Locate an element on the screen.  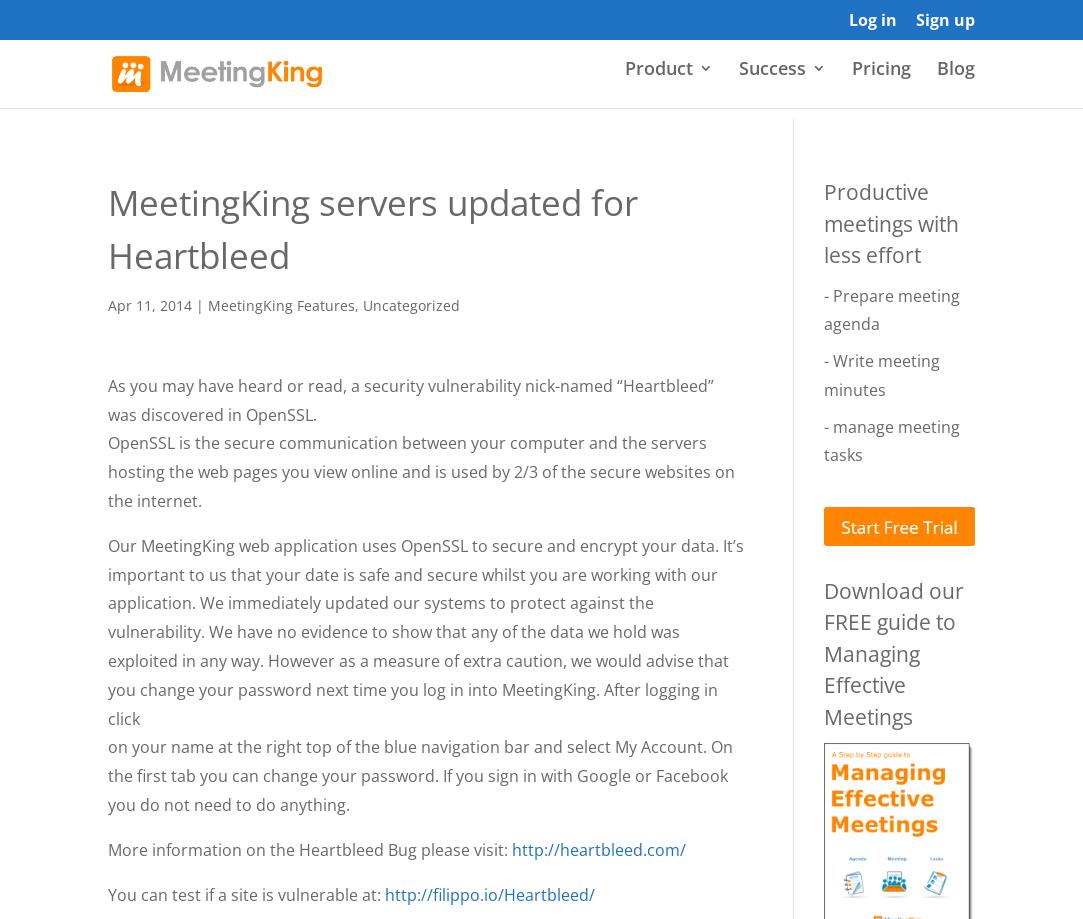
'As you may have heard or read, a security vulnerability nick-named “Heartbleed” was discovered in OpenSSL.' is located at coordinates (410, 399).